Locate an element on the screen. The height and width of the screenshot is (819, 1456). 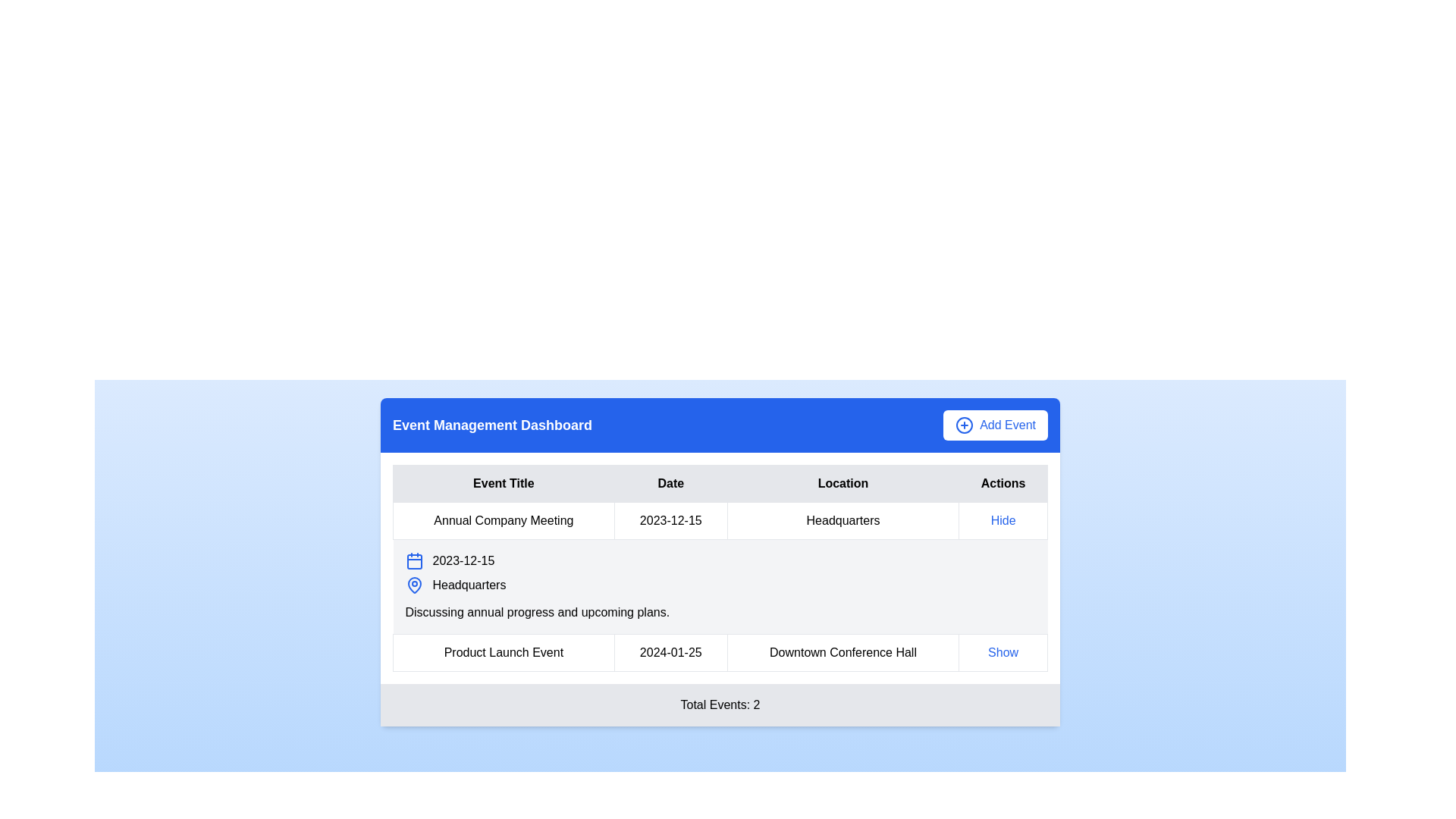
the 'Actions' header label located in the top-right corner of the table is located at coordinates (1003, 483).